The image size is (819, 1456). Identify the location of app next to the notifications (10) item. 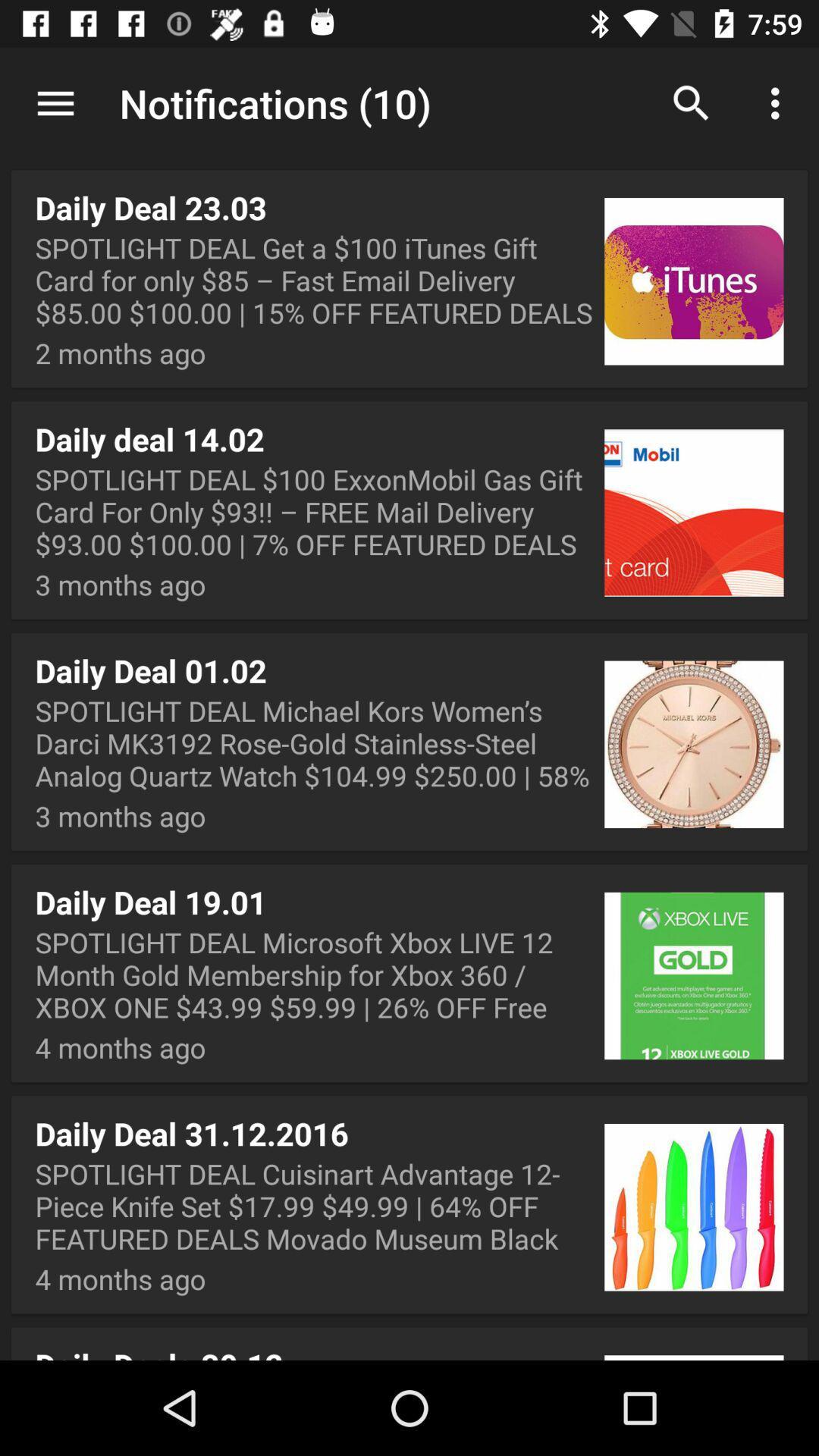
(55, 102).